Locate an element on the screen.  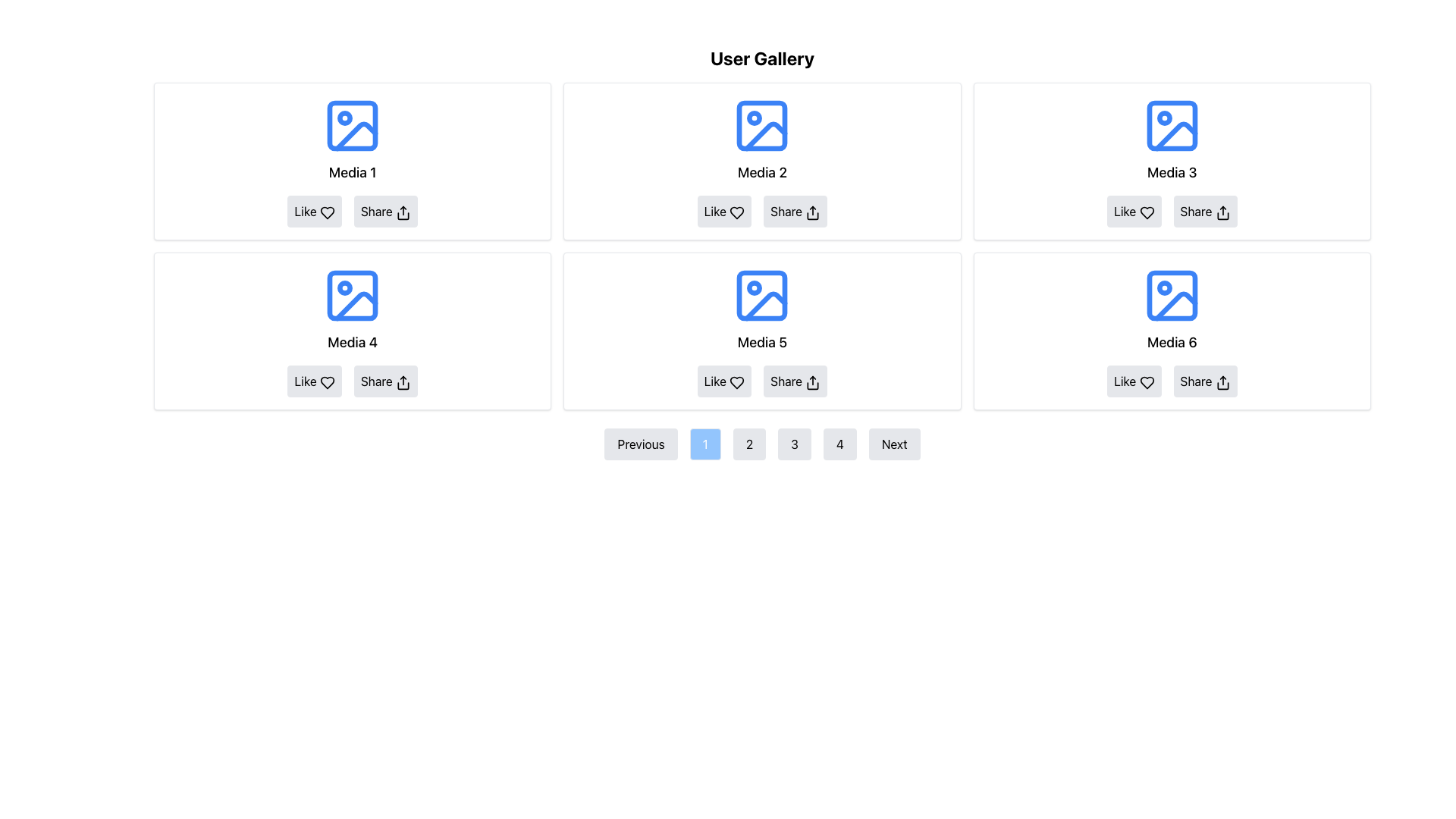
the 'Like' button with a heart icon located in the lower section of the 'Media 2' card, positioned on the left within the row of buttons is located at coordinates (723, 211).